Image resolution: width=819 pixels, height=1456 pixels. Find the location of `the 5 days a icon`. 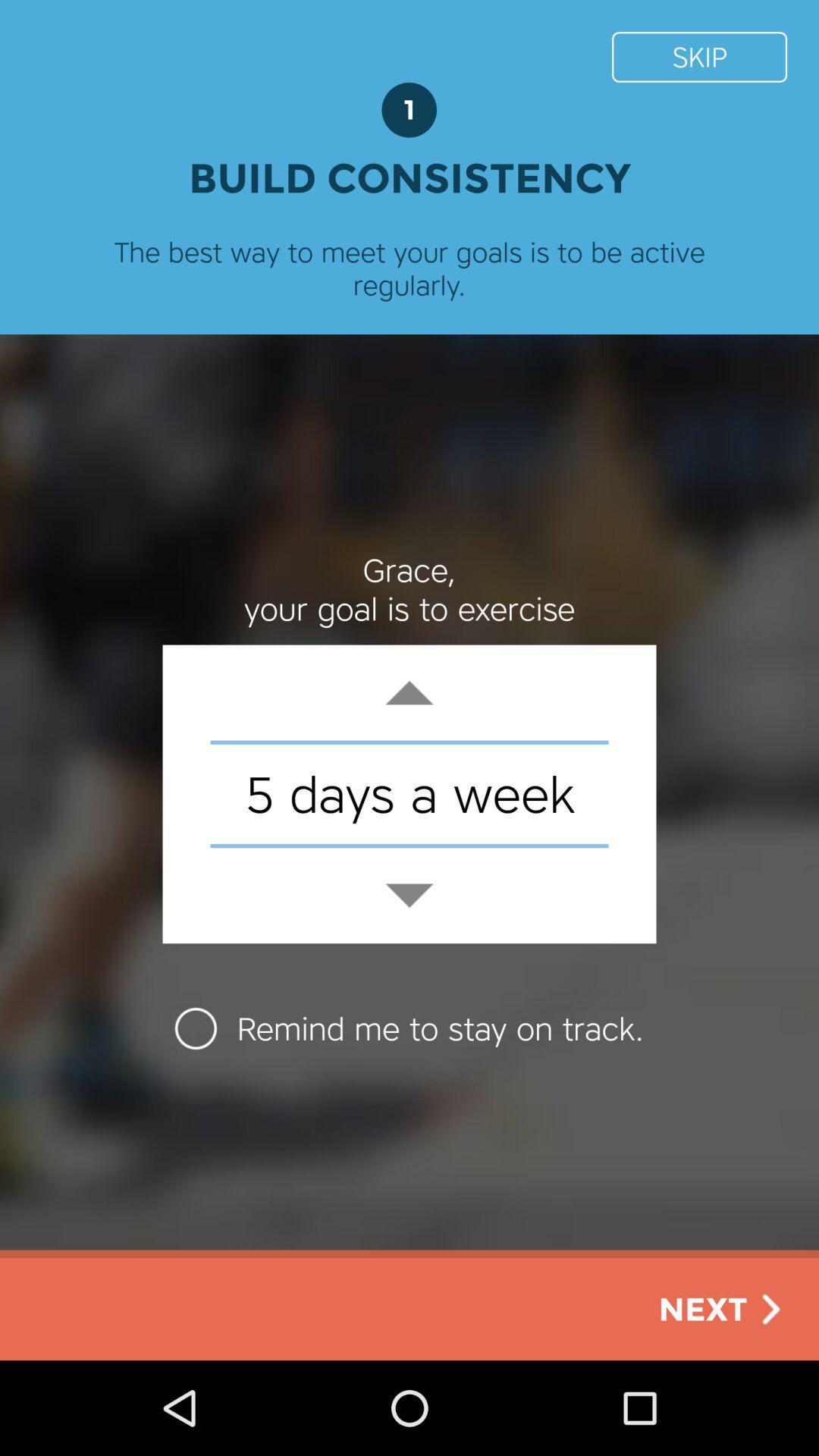

the 5 days a icon is located at coordinates (409, 793).